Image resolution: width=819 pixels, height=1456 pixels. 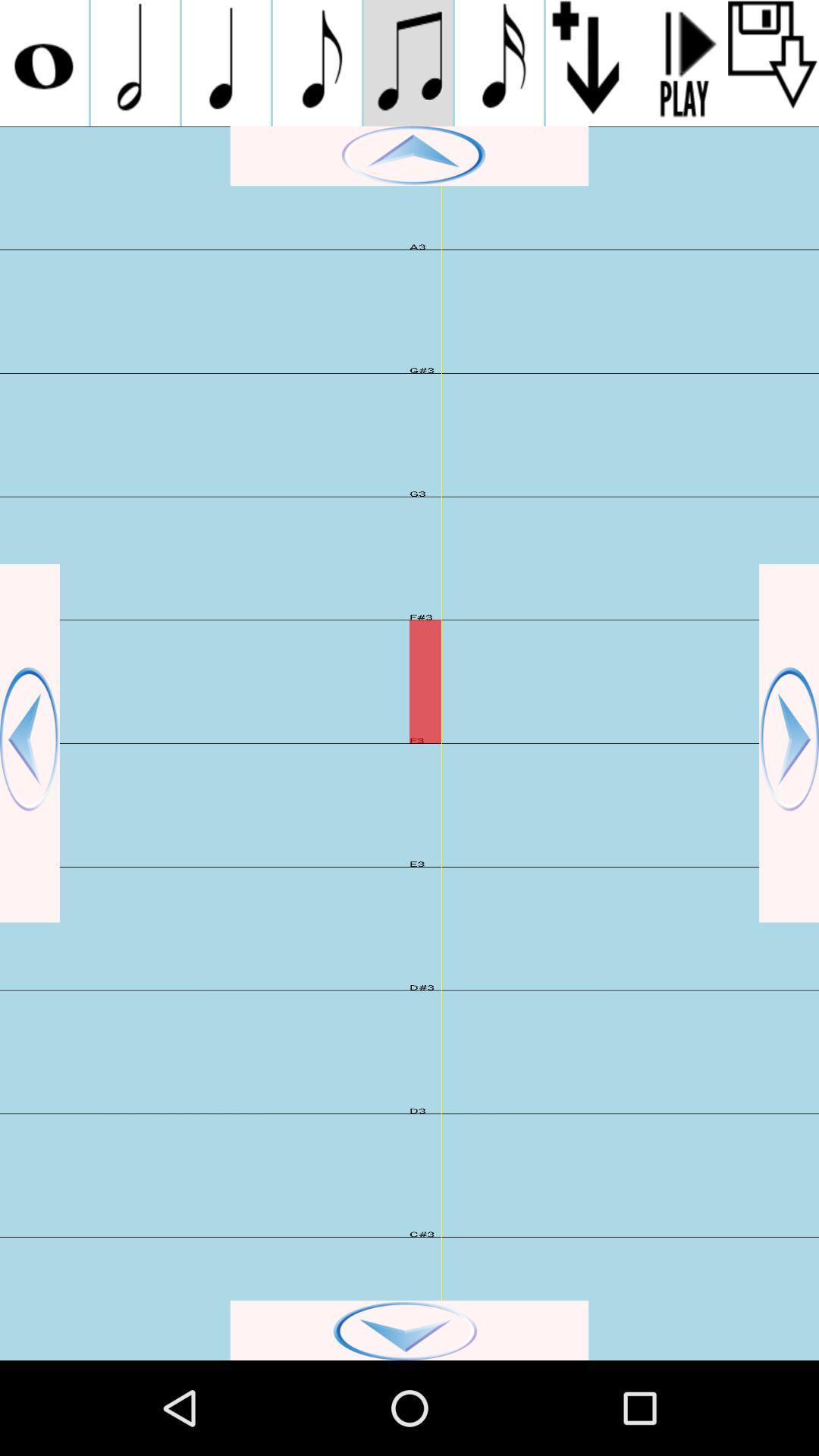 What do you see at coordinates (681, 62) in the screenshot?
I see `playback` at bounding box center [681, 62].